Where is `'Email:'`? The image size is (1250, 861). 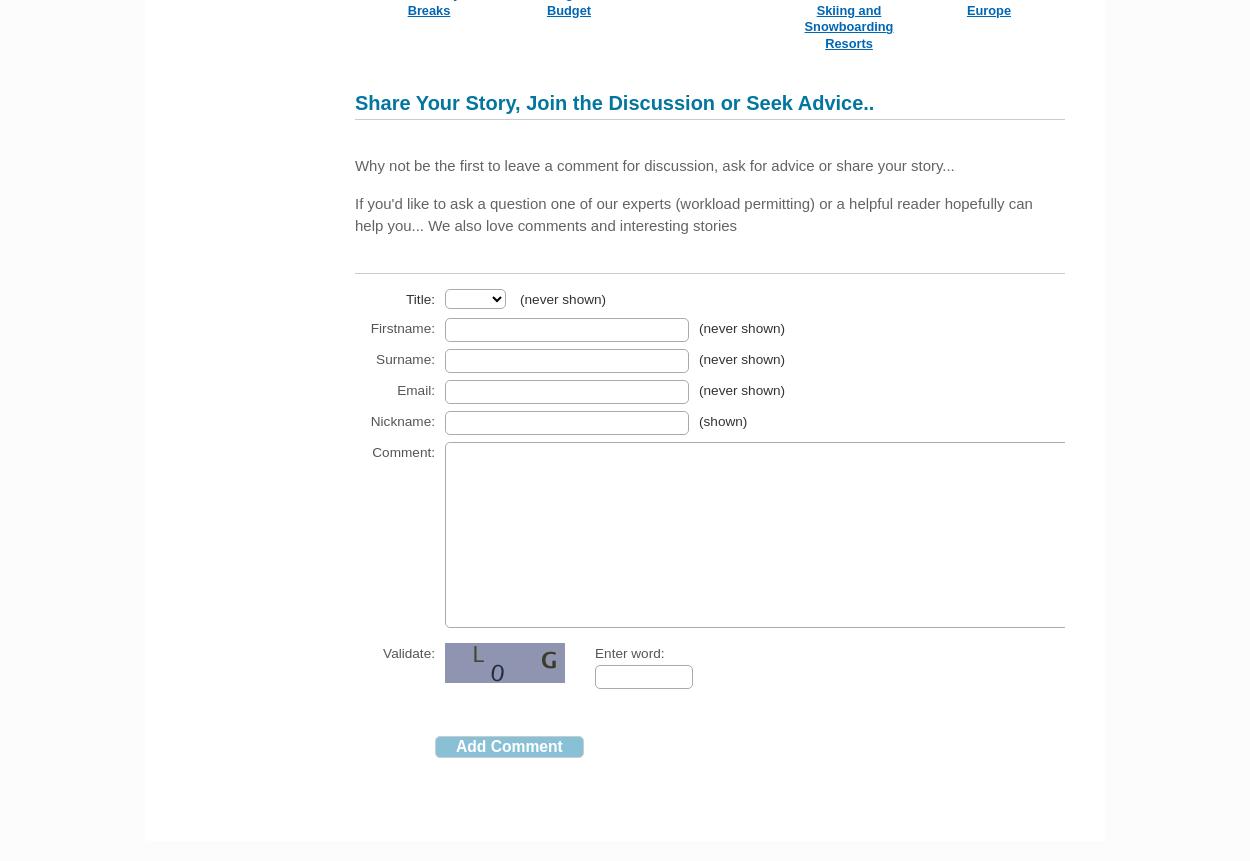
'Email:' is located at coordinates (416, 389).